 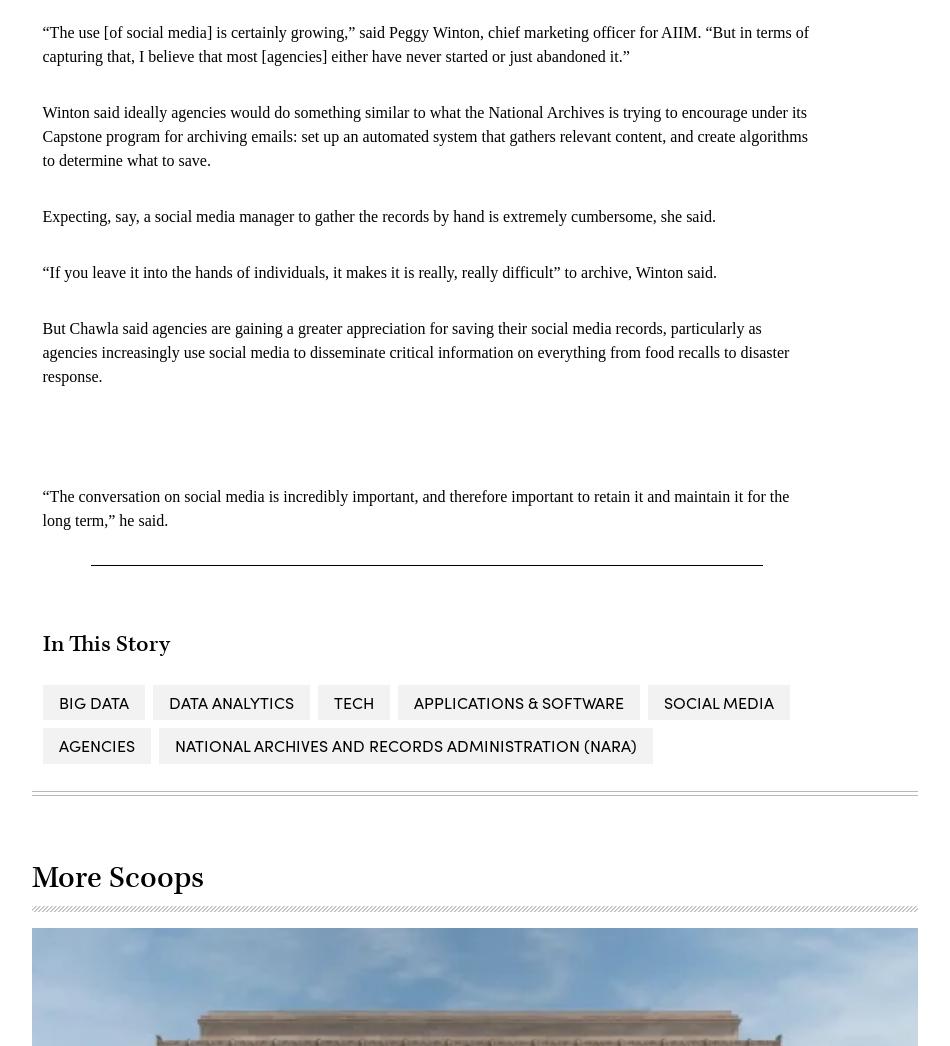 What do you see at coordinates (96, 743) in the screenshot?
I see `'Agencies'` at bounding box center [96, 743].